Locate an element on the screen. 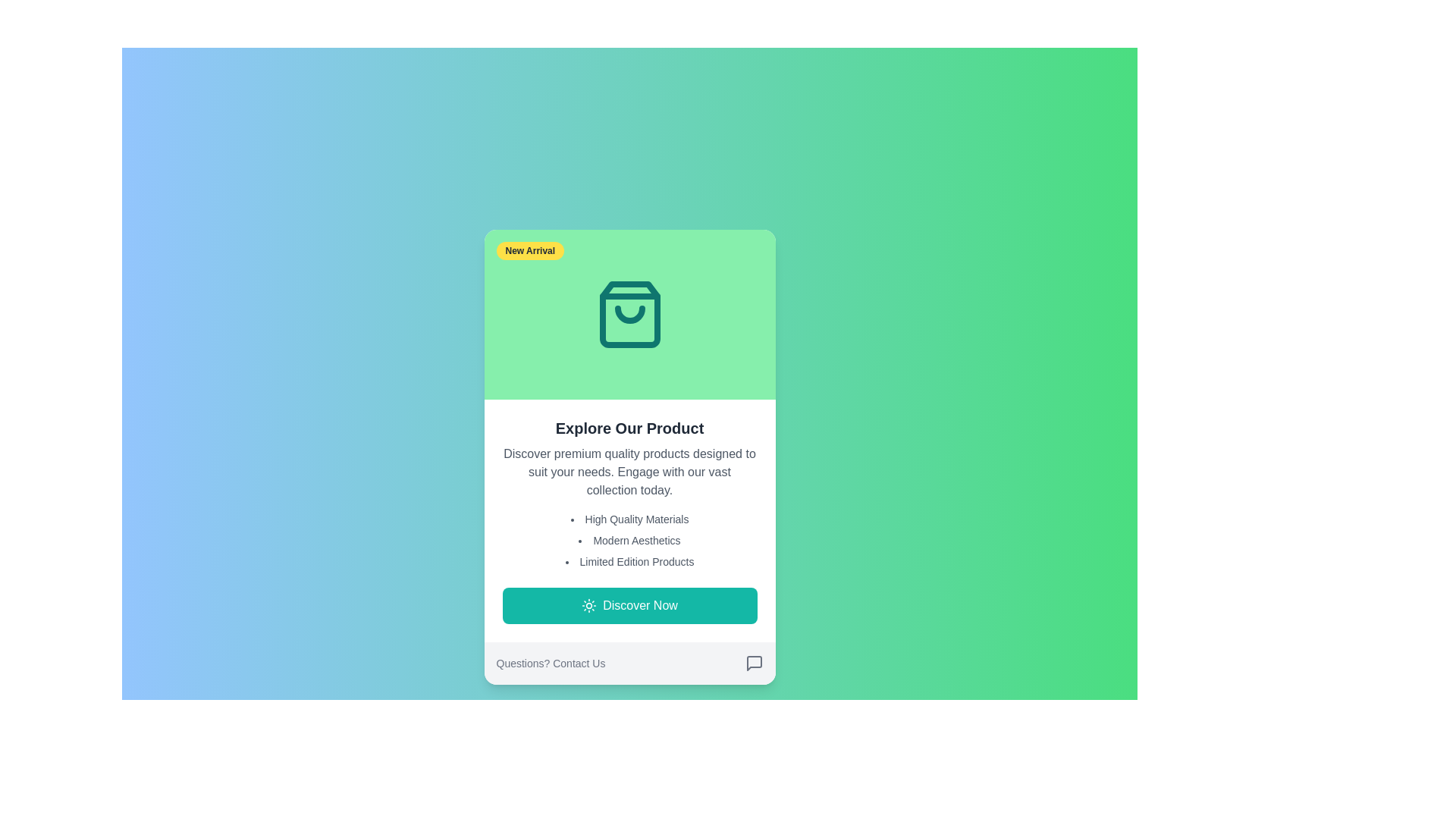 This screenshot has height=819, width=1456. text label 'Discover Now' which is styled with a white font against a teal background, located at the center of the button within the card layout is located at coordinates (640, 604).